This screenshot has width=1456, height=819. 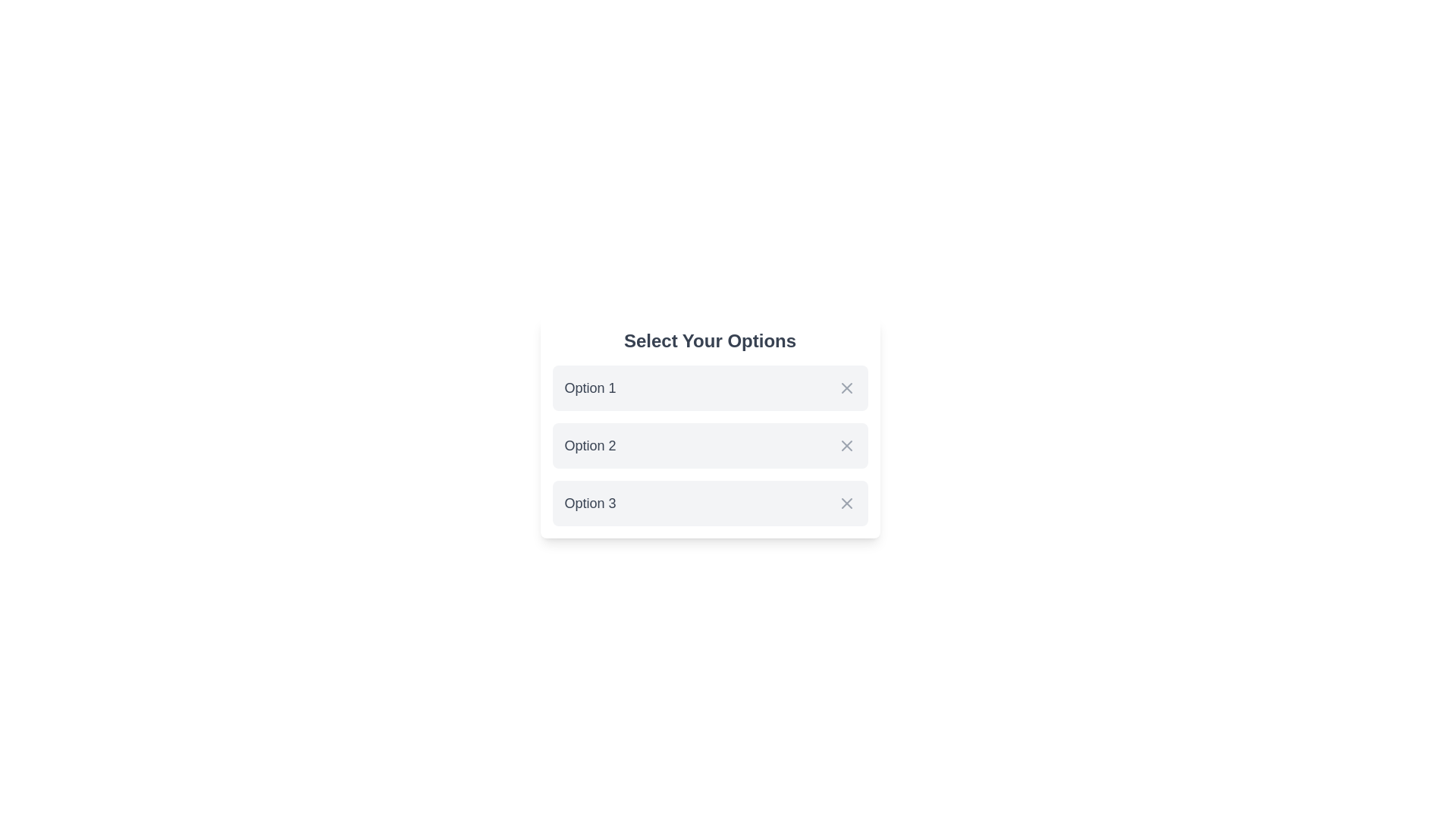 What do you see at coordinates (709, 341) in the screenshot?
I see `the text label that reads 'Select Your Options', which is prominently displayed in bold, dark gray font at the top-center of a white rounded box` at bounding box center [709, 341].